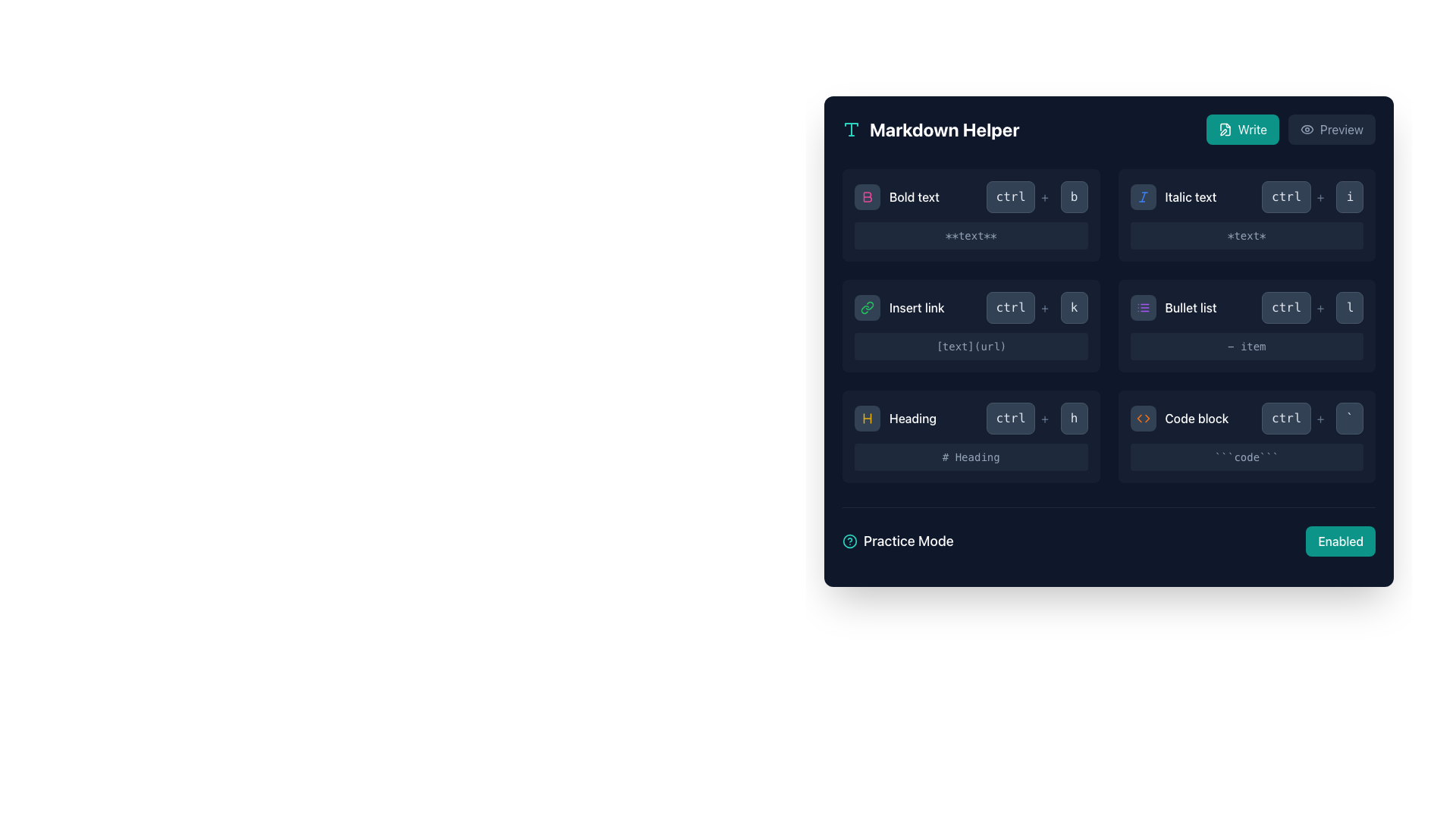  Describe the element at coordinates (1312, 196) in the screenshot. I see `the keyboard shortcut representation for 'ctrl + i' which has a slate gray background and is located to the right of 'Italic text' in the interface` at that location.